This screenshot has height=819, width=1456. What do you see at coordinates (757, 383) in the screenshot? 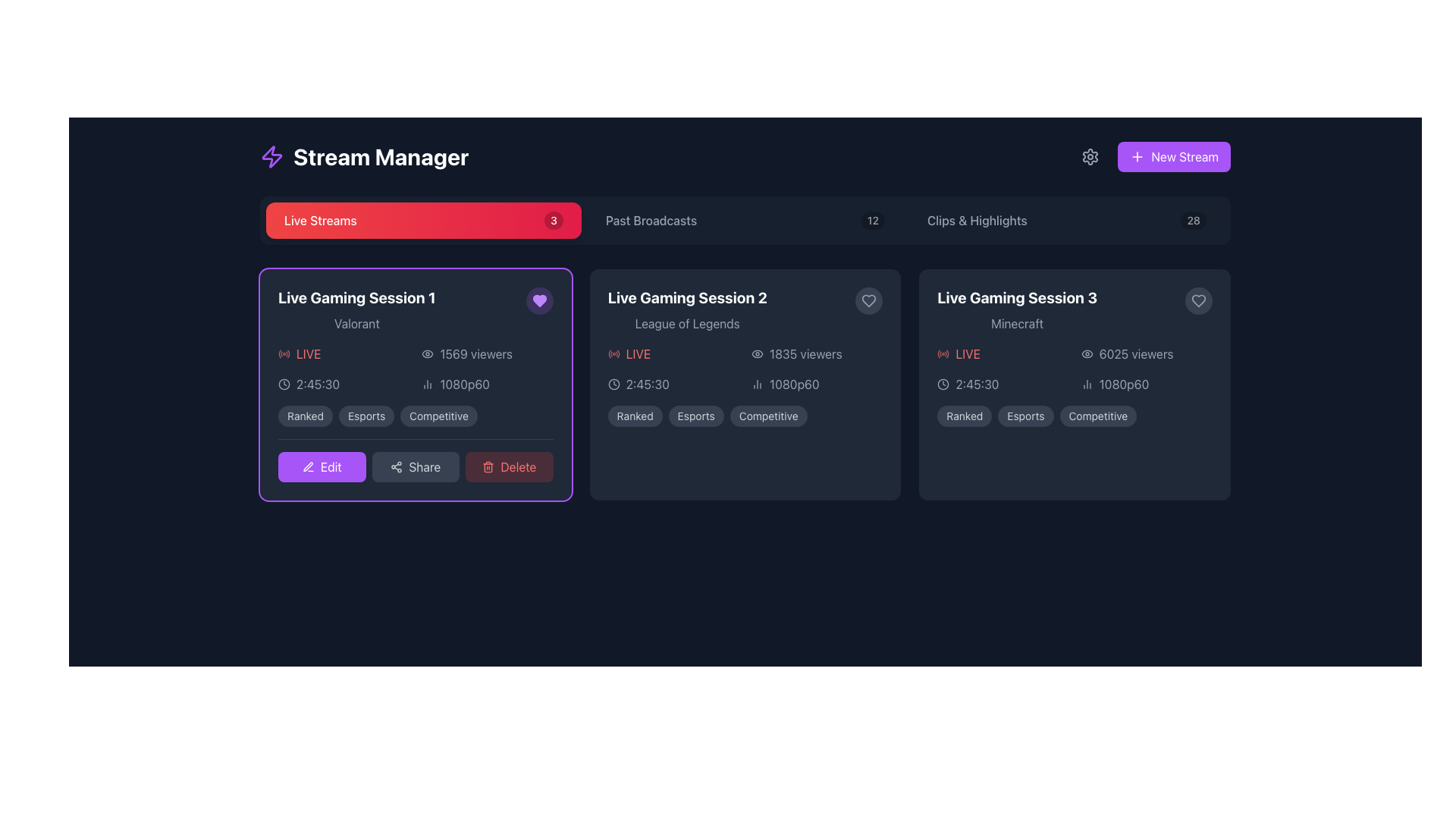
I see `the compact gray bar chart SVG icon located to the left of the text '1080p60' in the 'Live Gaming Session 2' card` at bounding box center [757, 383].